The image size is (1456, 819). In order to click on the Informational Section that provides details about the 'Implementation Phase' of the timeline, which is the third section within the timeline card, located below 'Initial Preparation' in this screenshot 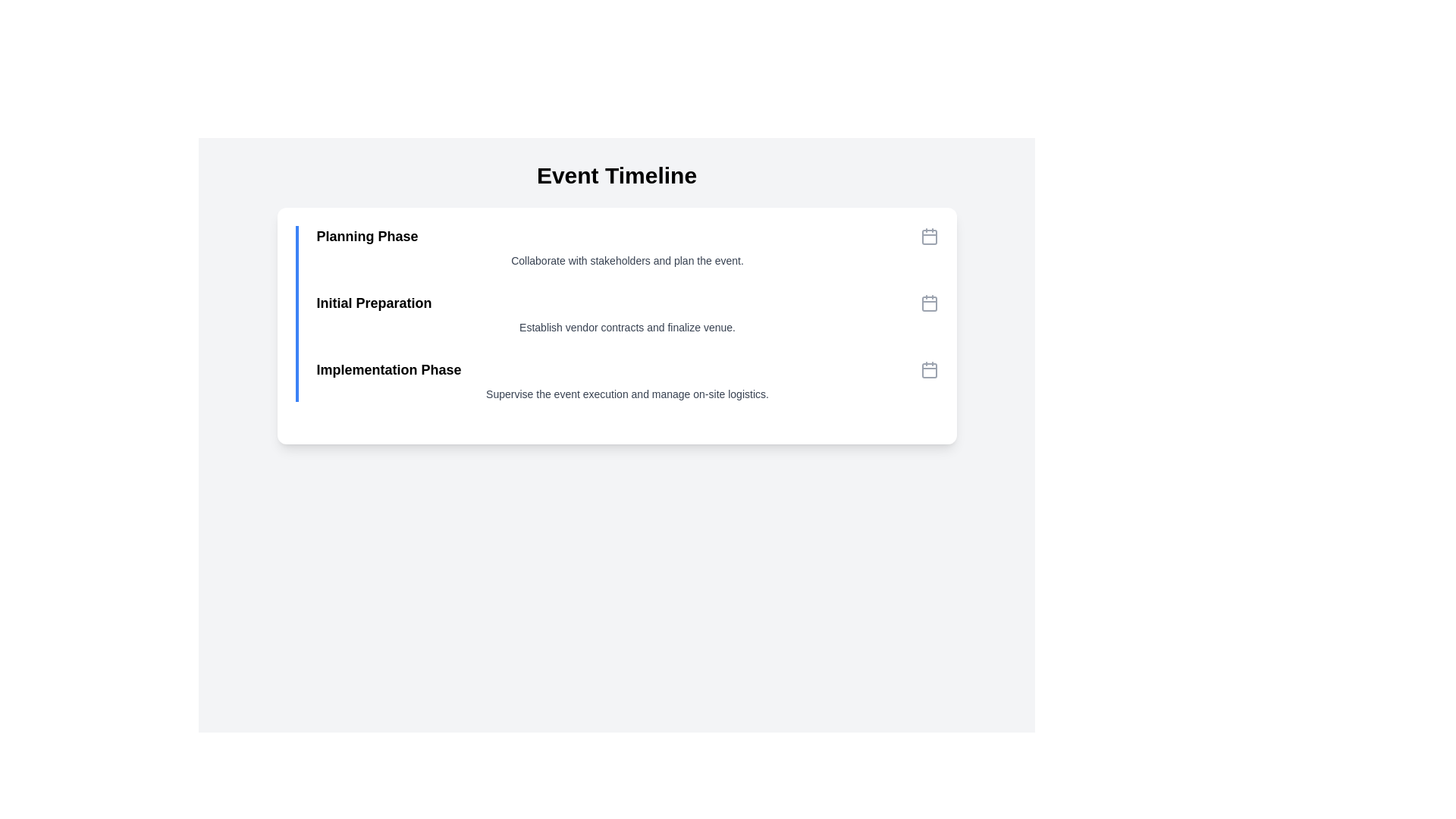, I will do `click(618, 379)`.